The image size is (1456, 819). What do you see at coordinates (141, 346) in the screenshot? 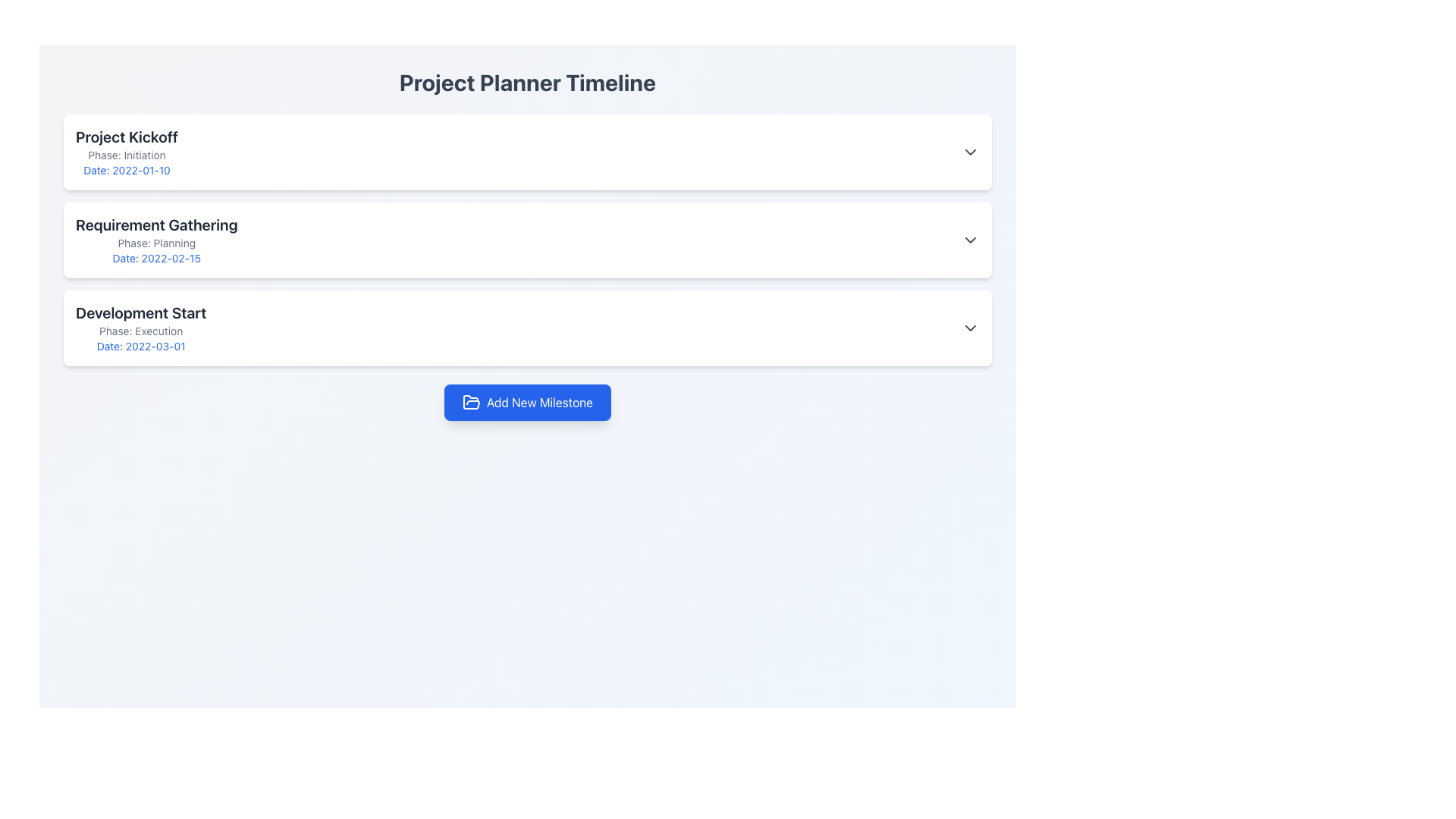
I see `the informational Text Label that displays the date relevant to the 'Development Start' entry in the project planner interface, located below the 'Phase: Execution' text` at bounding box center [141, 346].